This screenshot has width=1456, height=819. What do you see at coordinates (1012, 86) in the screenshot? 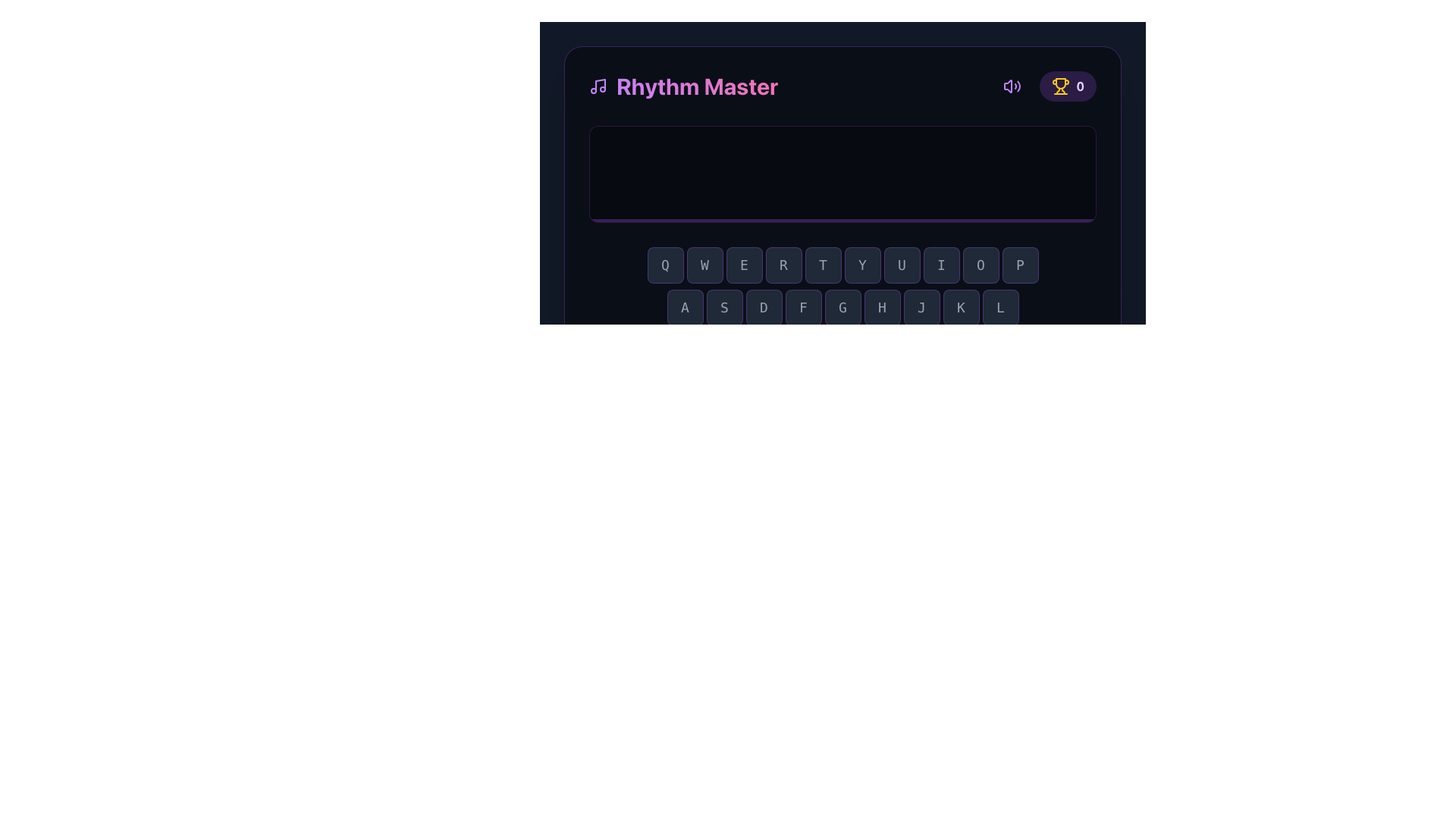
I see `the sound control icon located in the top-right corner of the interface, to the left of the golden trophy icon with a '0' label` at bounding box center [1012, 86].